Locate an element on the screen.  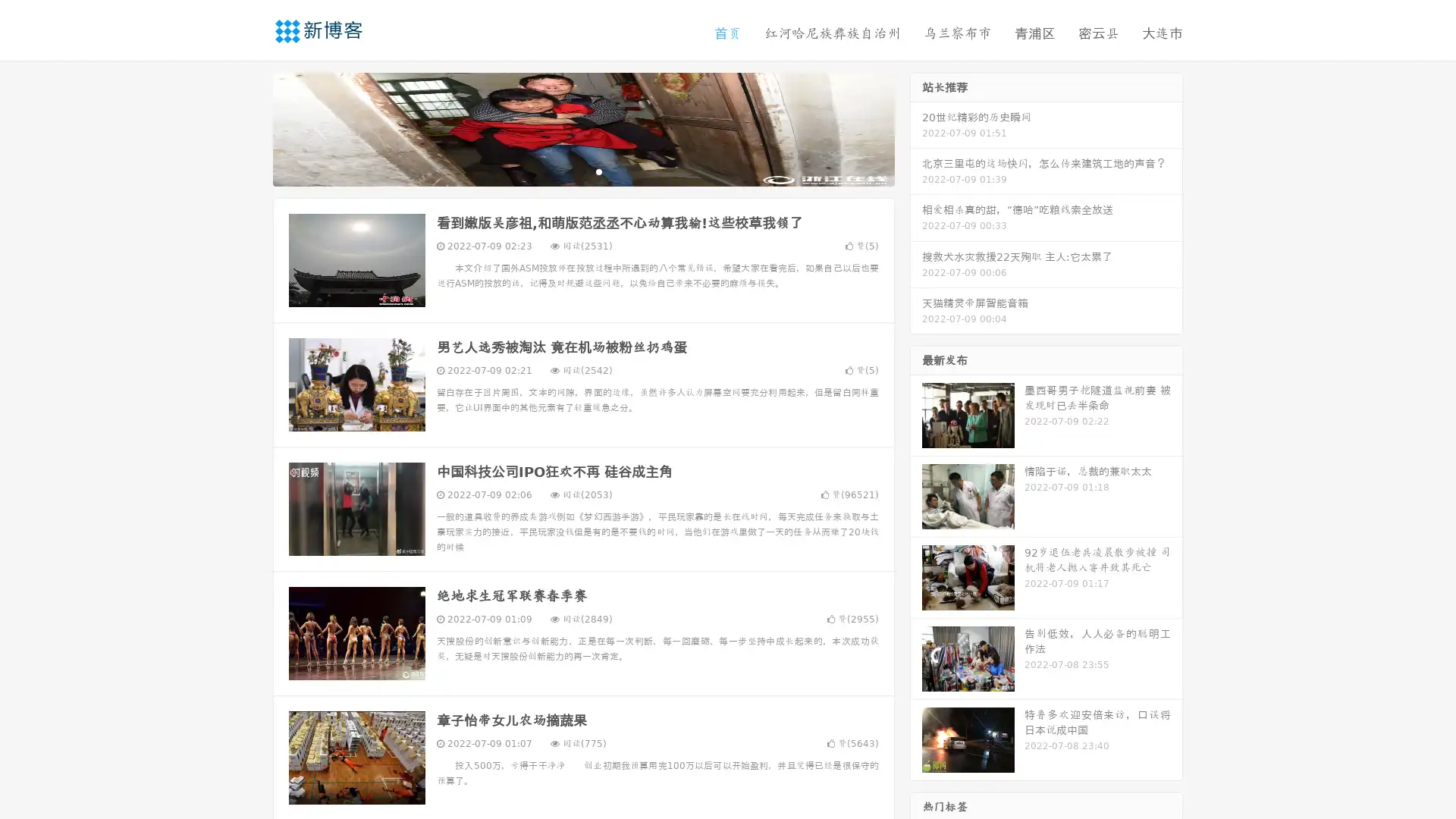
Go to slide 3 is located at coordinates (598, 171).